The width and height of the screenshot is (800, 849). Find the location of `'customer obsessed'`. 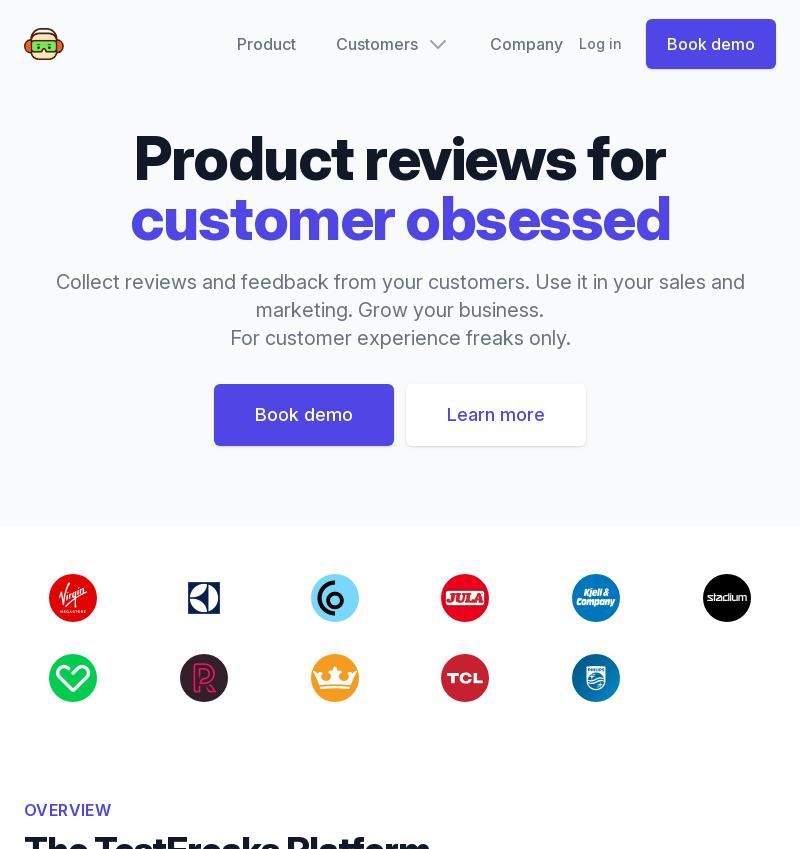

'customer obsessed' is located at coordinates (398, 217).